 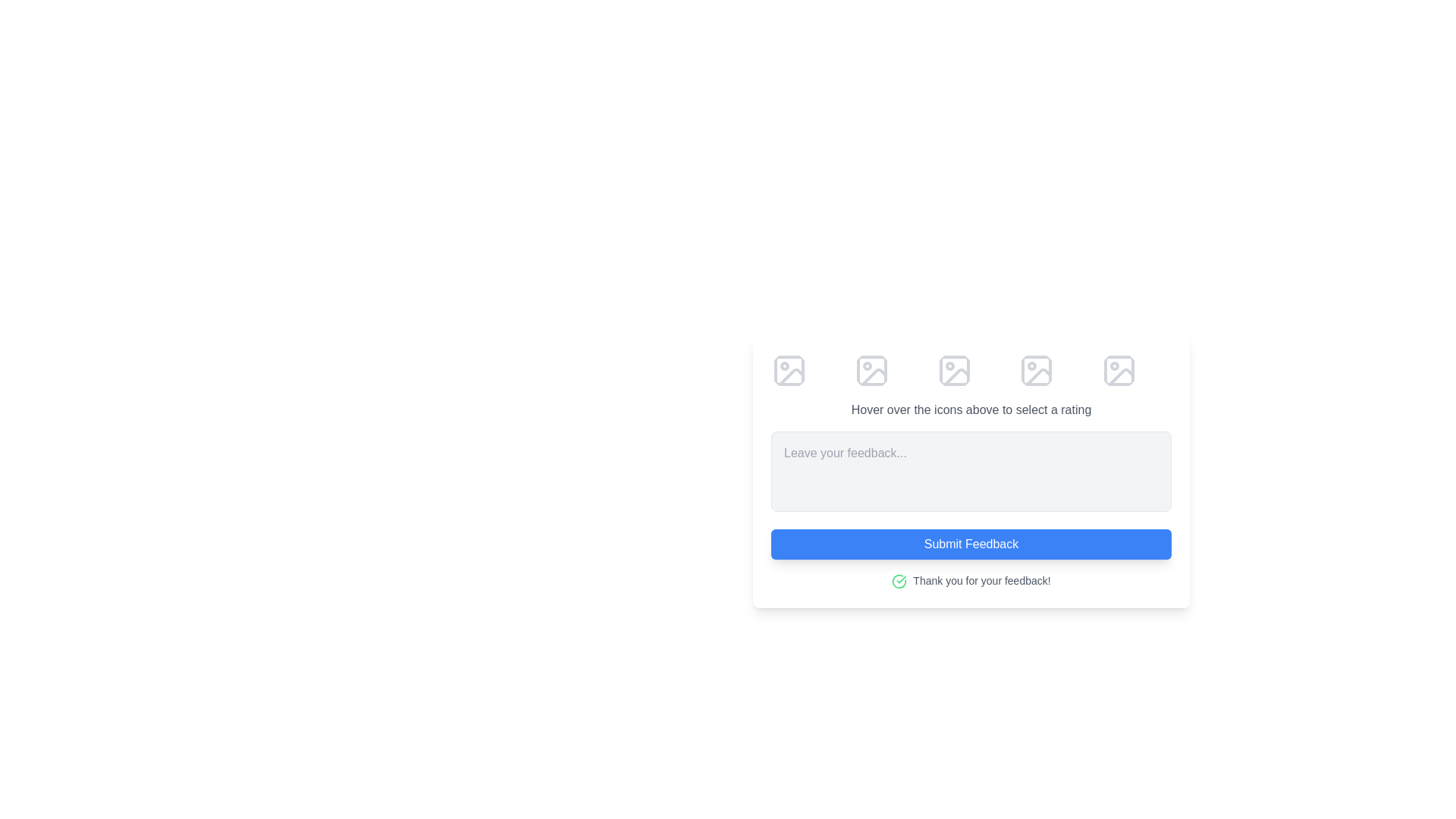 What do you see at coordinates (982, 580) in the screenshot?
I see `the static text label that displays a confirmation message after feedback submission, located below the 'Submit Feedback' button and adjacent to a checkmark icon` at bounding box center [982, 580].